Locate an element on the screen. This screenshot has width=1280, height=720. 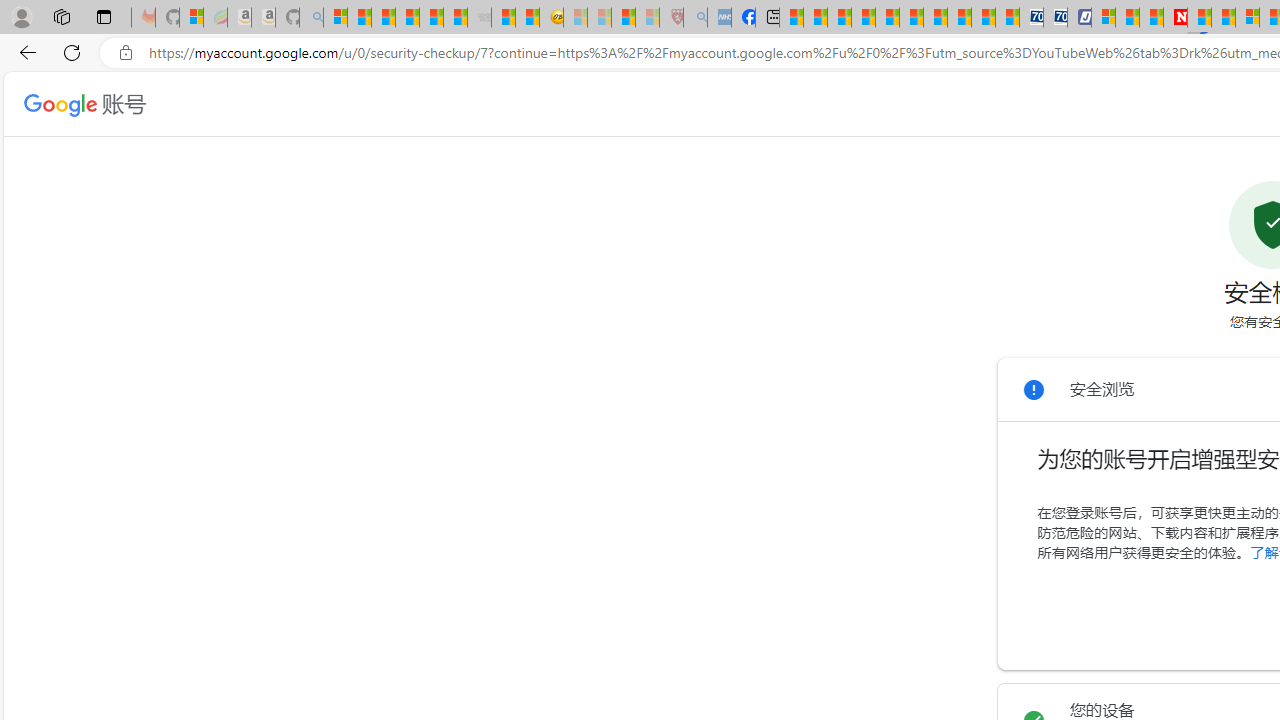
'Combat Siege - Sleeping' is located at coordinates (480, 17).